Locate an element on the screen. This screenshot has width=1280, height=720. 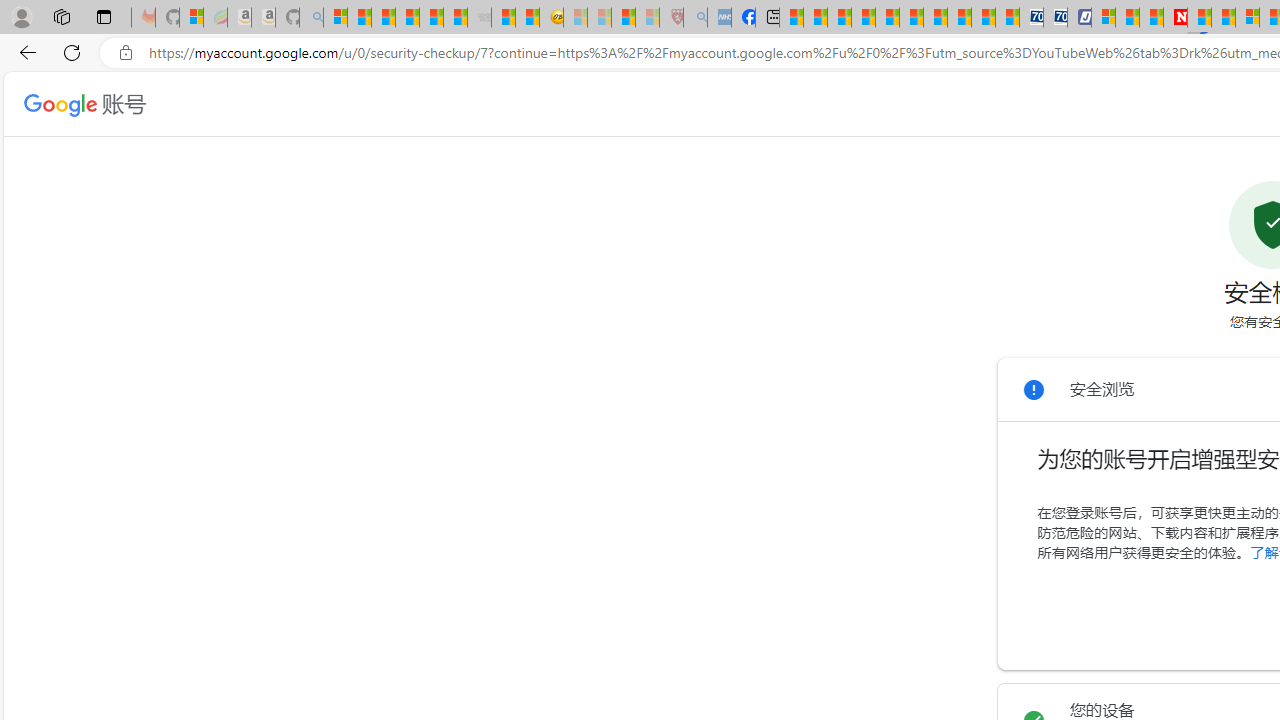
'Combat Siege - Sleeping' is located at coordinates (480, 17).